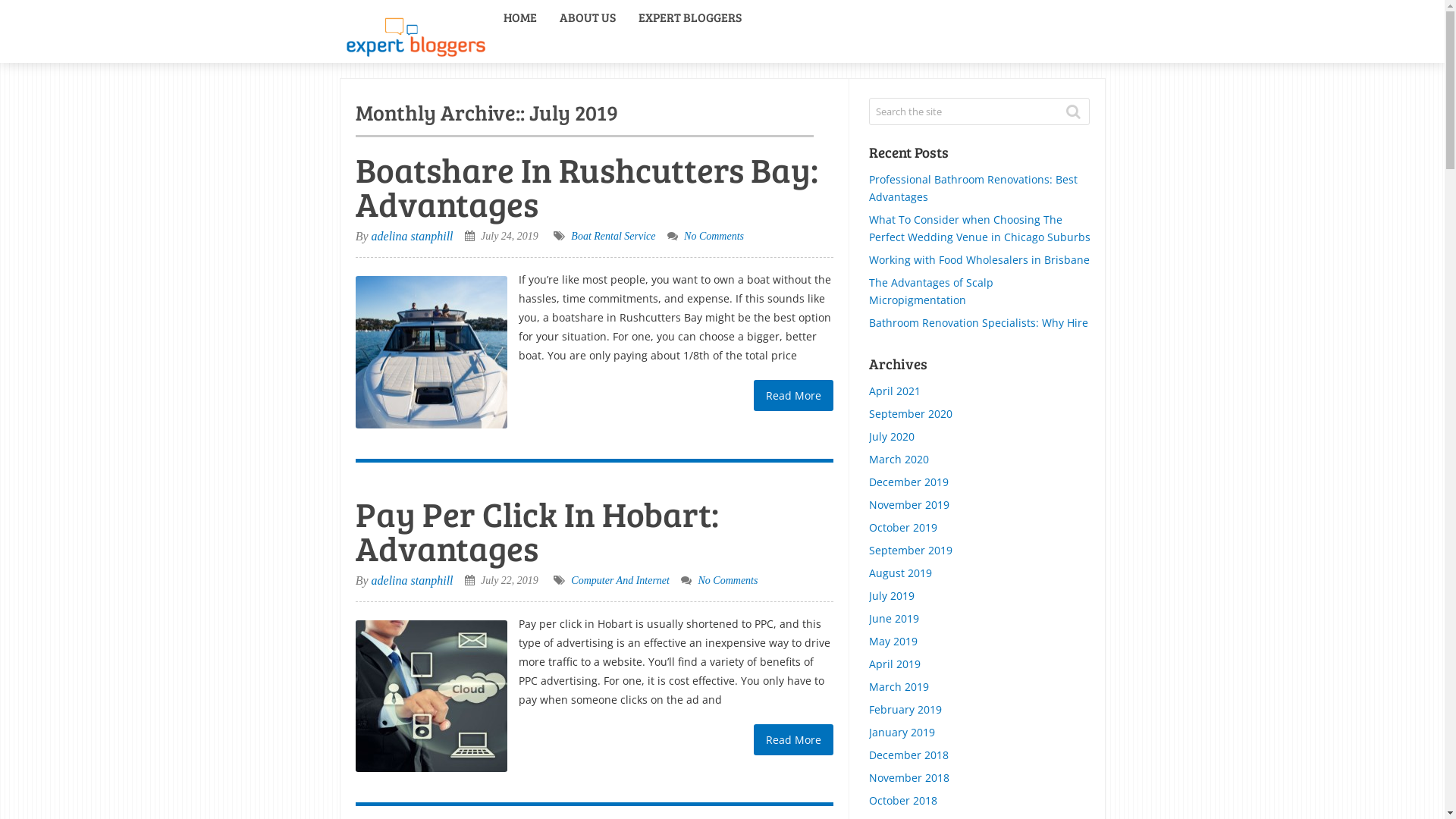  What do you see at coordinates (910, 550) in the screenshot?
I see `'September 2019'` at bounding box center [910, 550].